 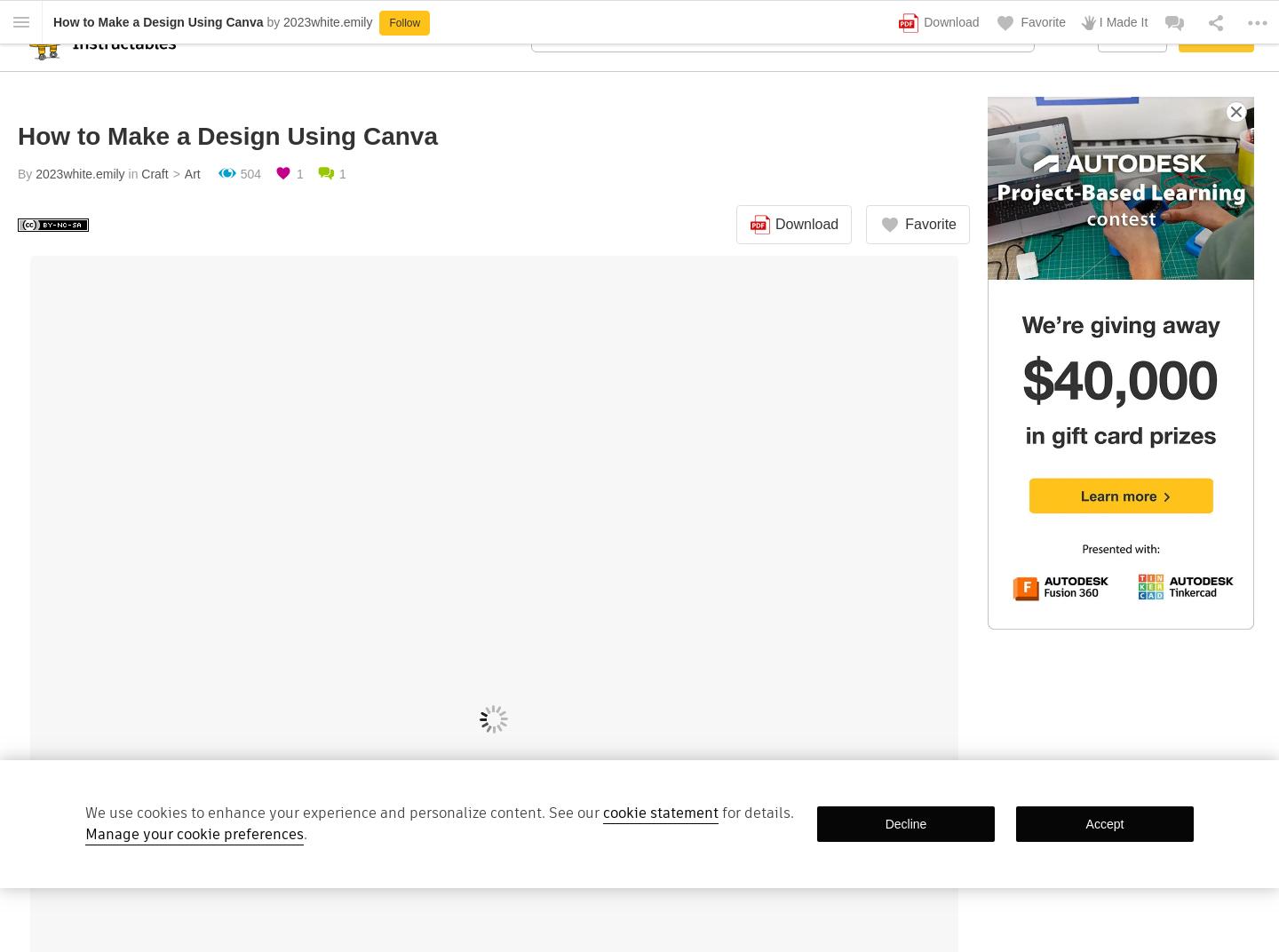 What do you see at coordinates (306, 833) in the screenshot?
I see `'.'` at bounding box center [306, 833].